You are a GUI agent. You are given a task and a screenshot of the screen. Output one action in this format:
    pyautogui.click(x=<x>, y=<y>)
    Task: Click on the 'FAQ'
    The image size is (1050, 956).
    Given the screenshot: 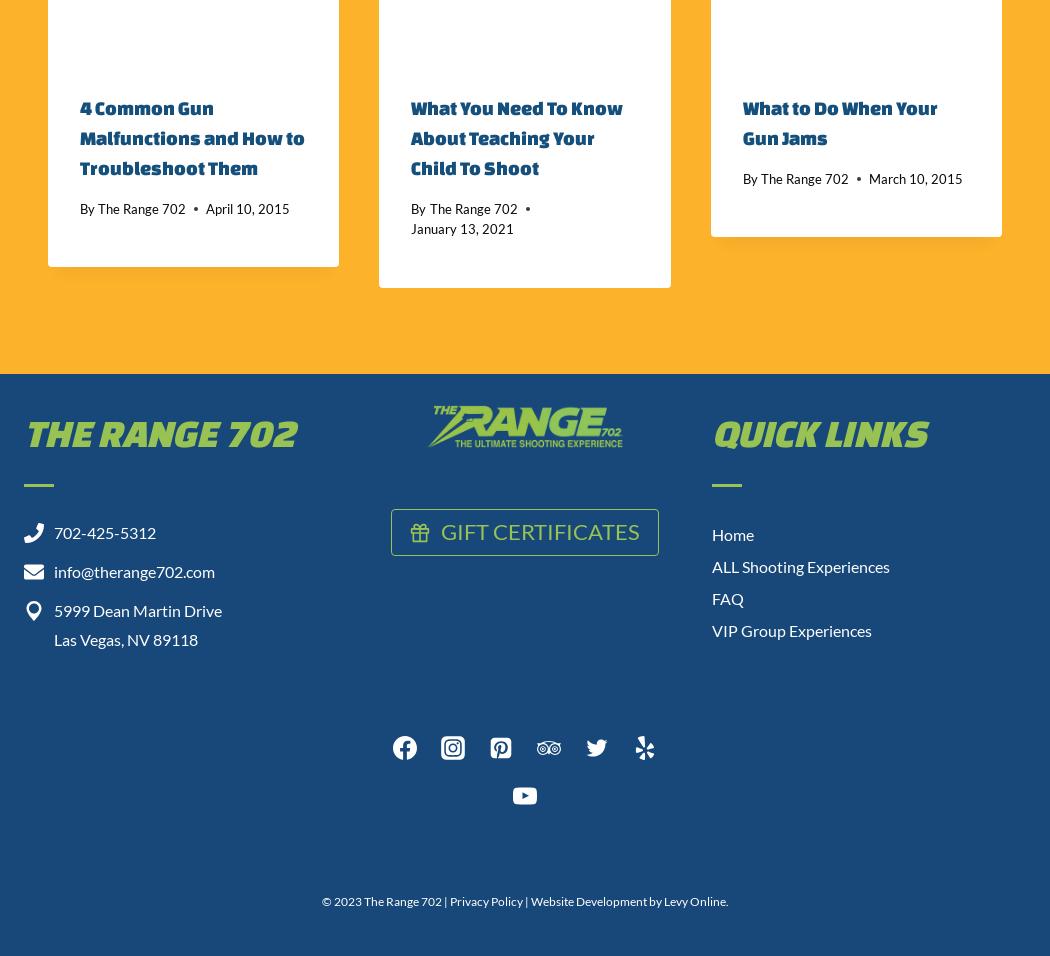 What is the action you would take?
    pyautogui.click(x=726, y=596)
    